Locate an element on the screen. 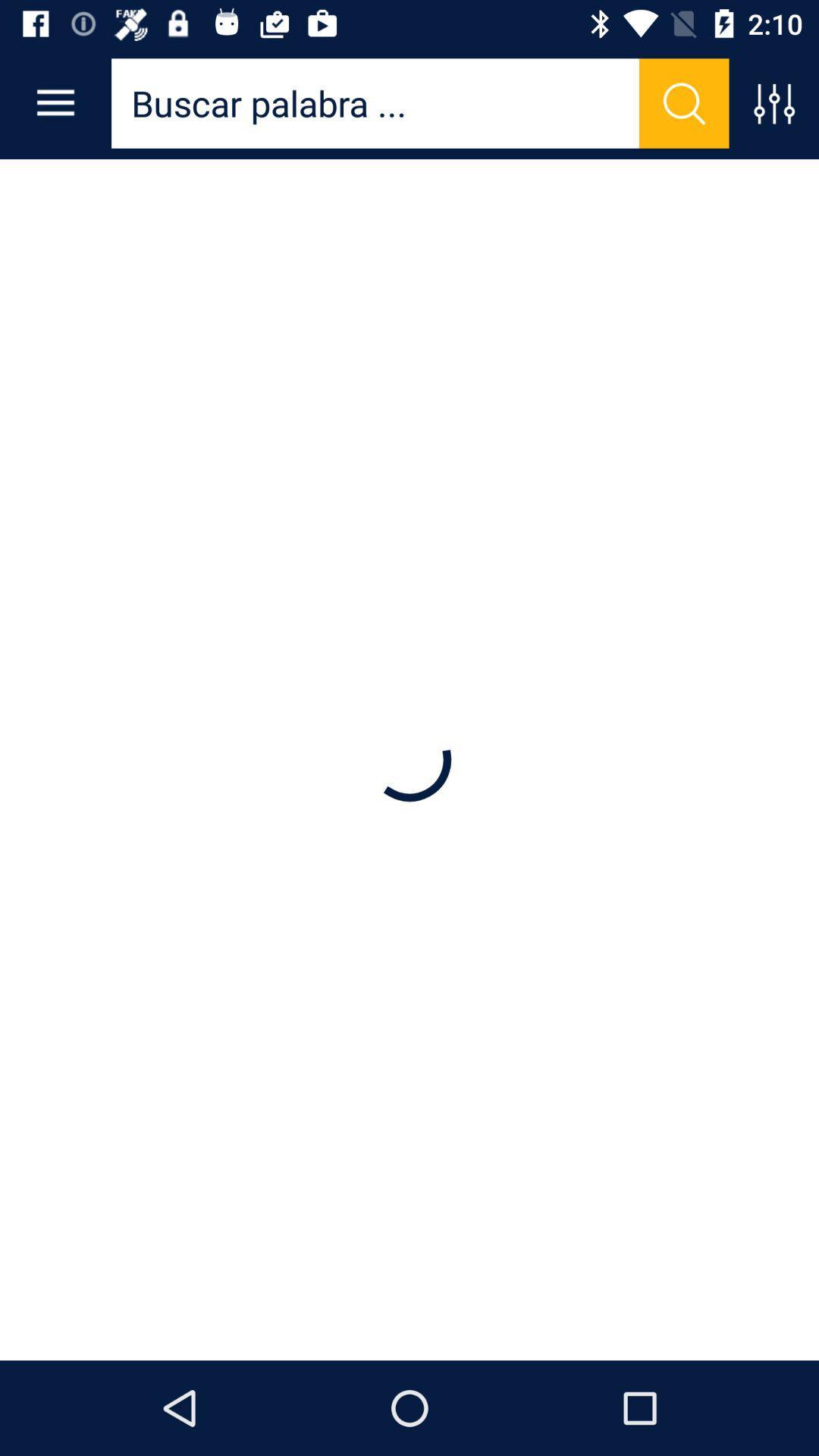 This screenshot has width=819, height=1456. the icon at the top left corner is located at coordinates (55, 102).